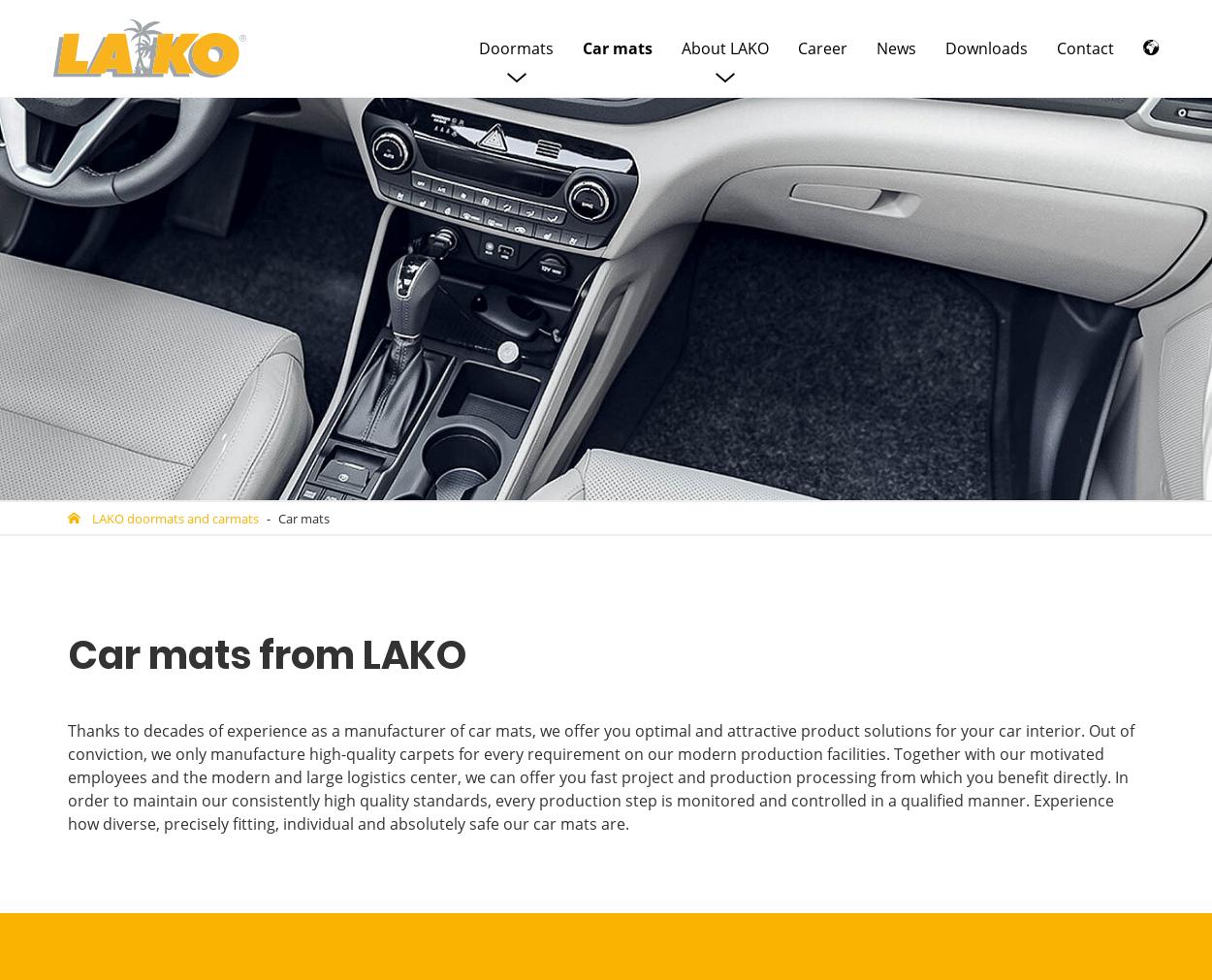 The width and height of the screenshot is (1212, 980). I want to click on 'Car mats from LAKO', so click(67, 653).